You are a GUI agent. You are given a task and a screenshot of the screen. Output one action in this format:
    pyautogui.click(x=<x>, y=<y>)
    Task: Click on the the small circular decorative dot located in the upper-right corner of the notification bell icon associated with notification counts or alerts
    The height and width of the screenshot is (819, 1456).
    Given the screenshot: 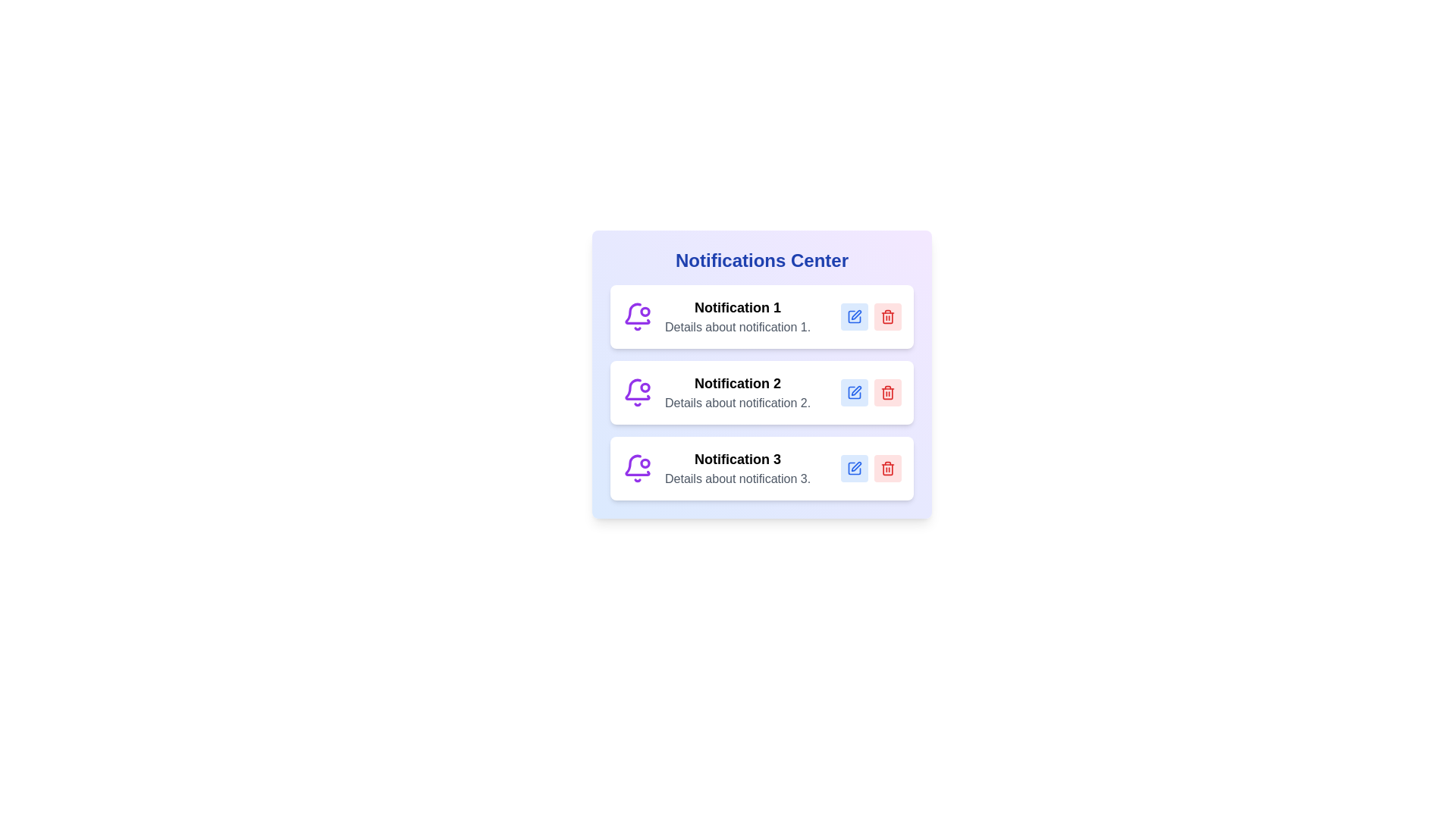 What is the action you would take?
    pyautogui.click(x=645, y=311)
    